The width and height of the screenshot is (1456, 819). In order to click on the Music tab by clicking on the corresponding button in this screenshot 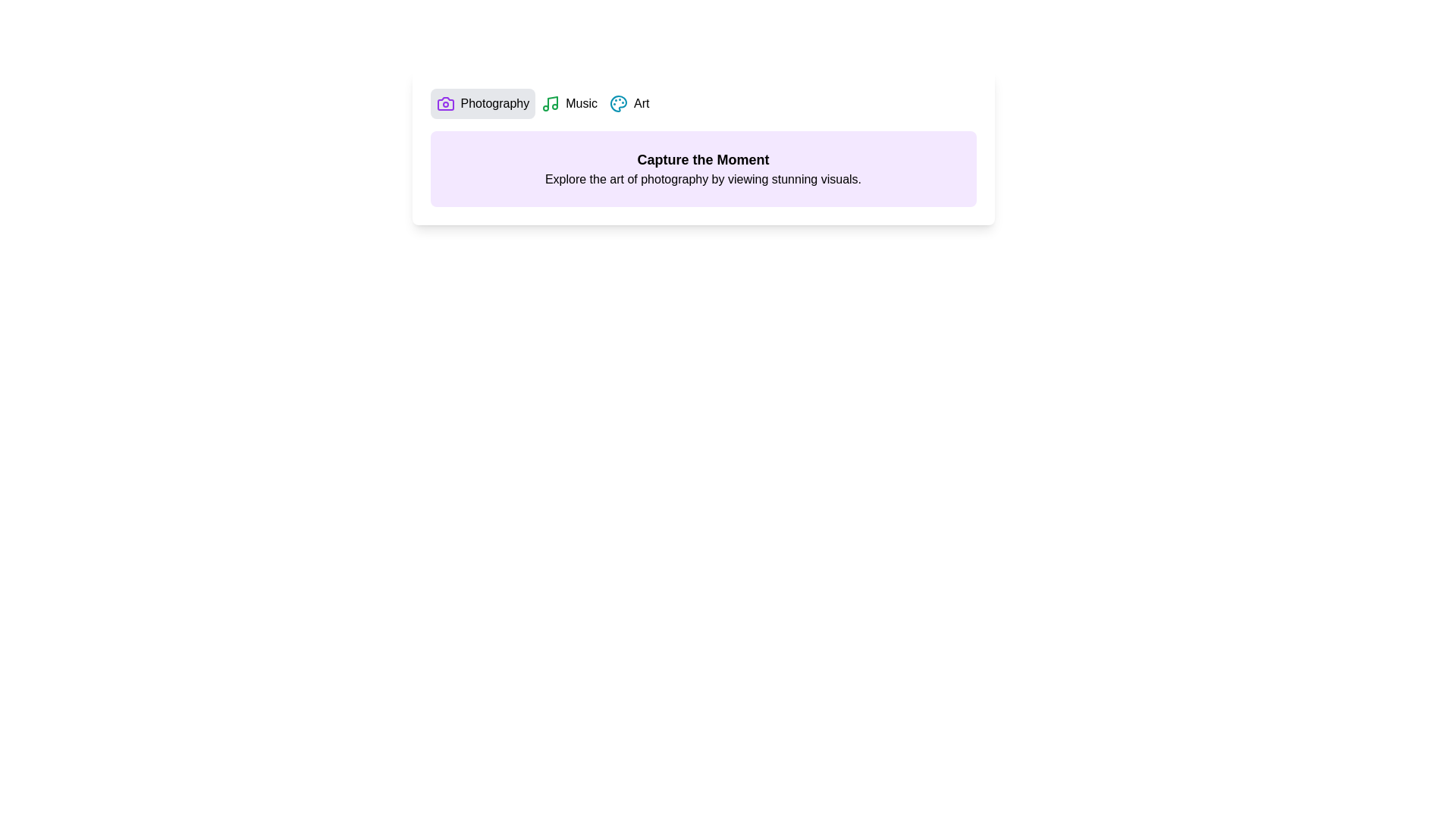, I will do `click(569, 103)`.